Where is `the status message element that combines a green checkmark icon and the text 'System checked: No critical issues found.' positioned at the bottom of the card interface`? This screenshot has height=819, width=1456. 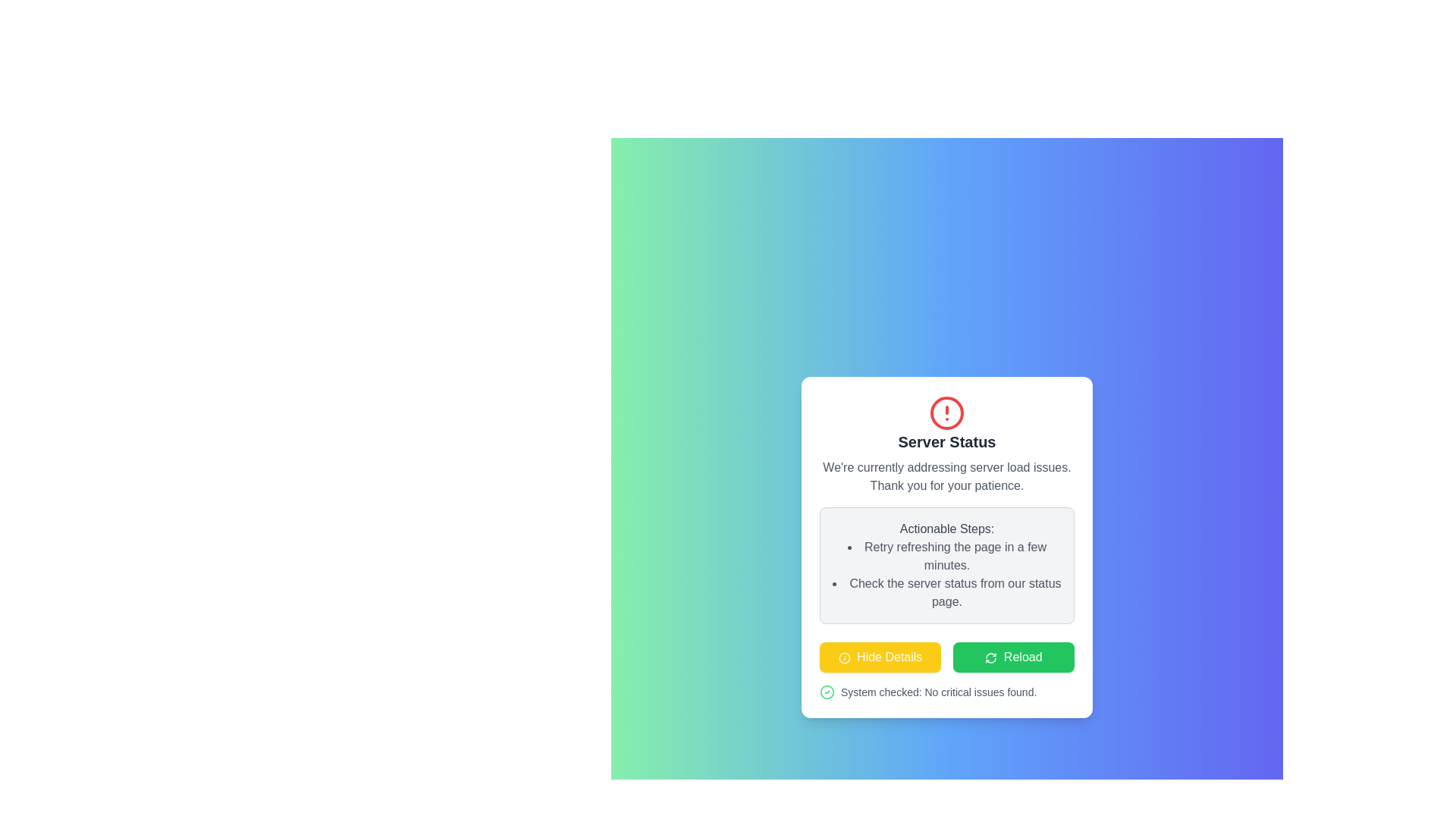 the status message element that combines a green checkmark icon and the text 'System checked: No critical issues found.' positioned at the bottom of the card interface is located at coordinates (946, 692).